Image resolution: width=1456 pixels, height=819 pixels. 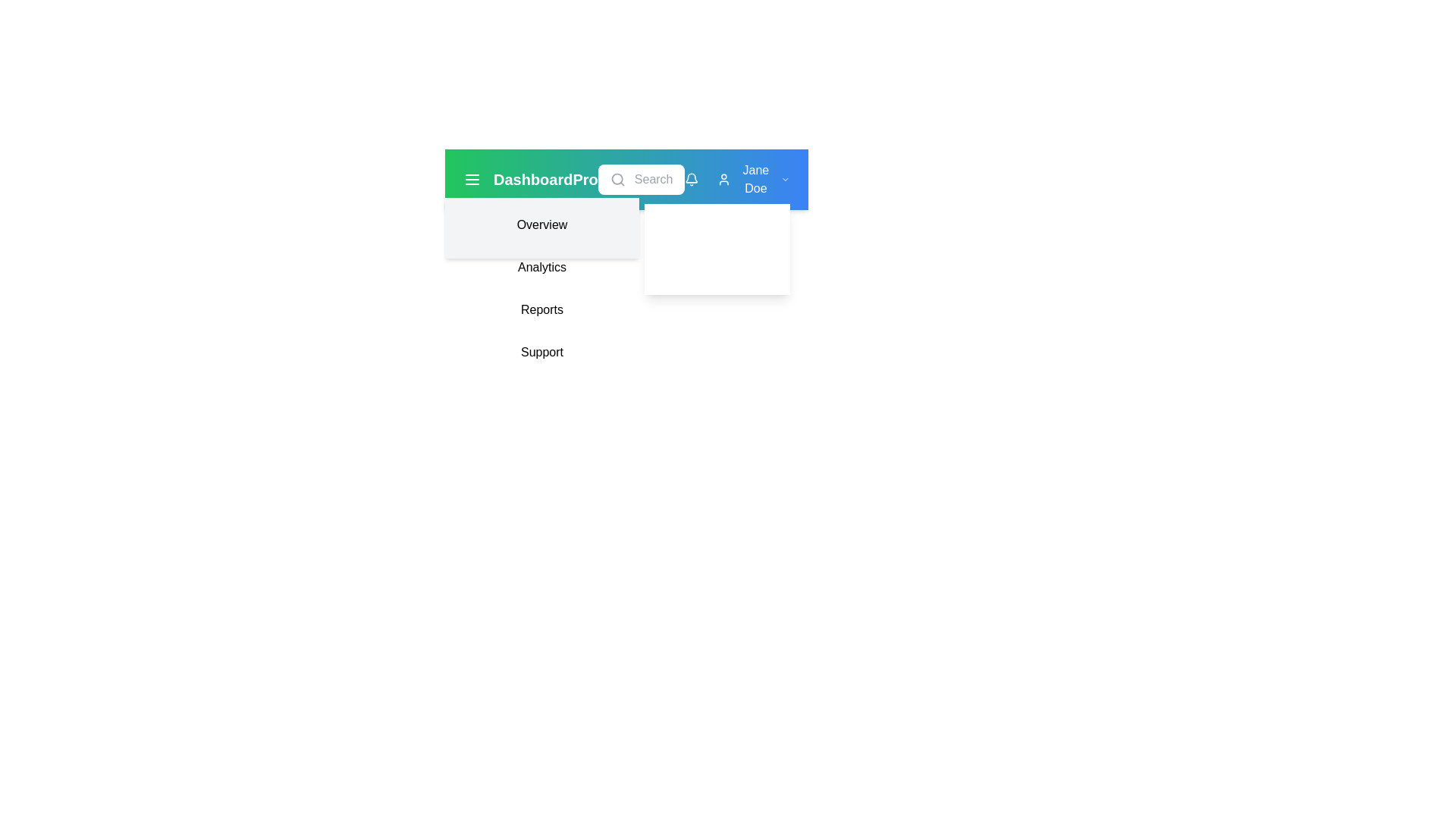 I want to click on the search icon located in the top navigation bar, positioned to the left of the profile-related icons and to the right of the logo, so click(x=617, y=178).